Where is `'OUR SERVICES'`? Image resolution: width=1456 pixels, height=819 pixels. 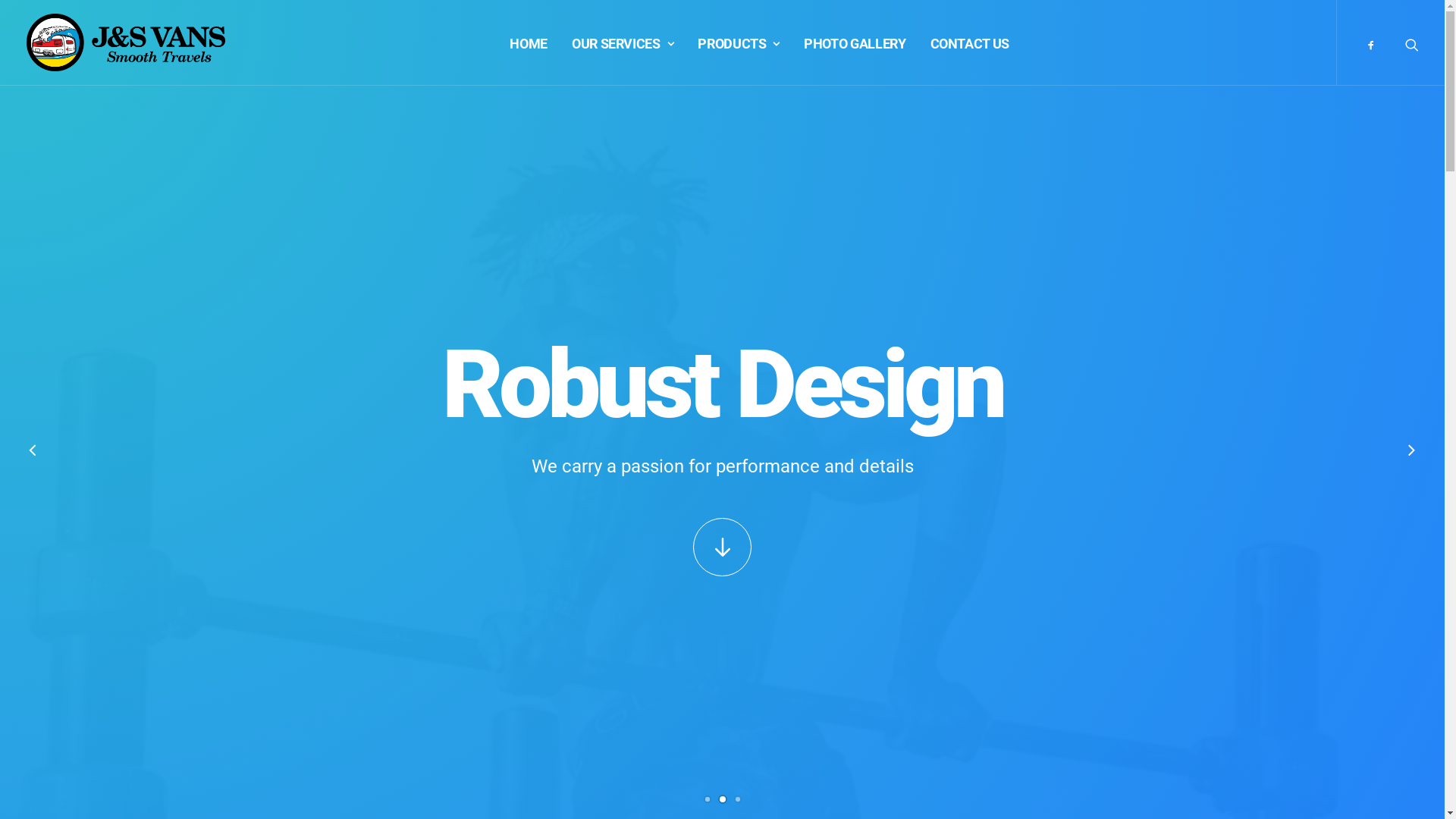 'OUR SERVICES' is located at coordinates (622, 42).